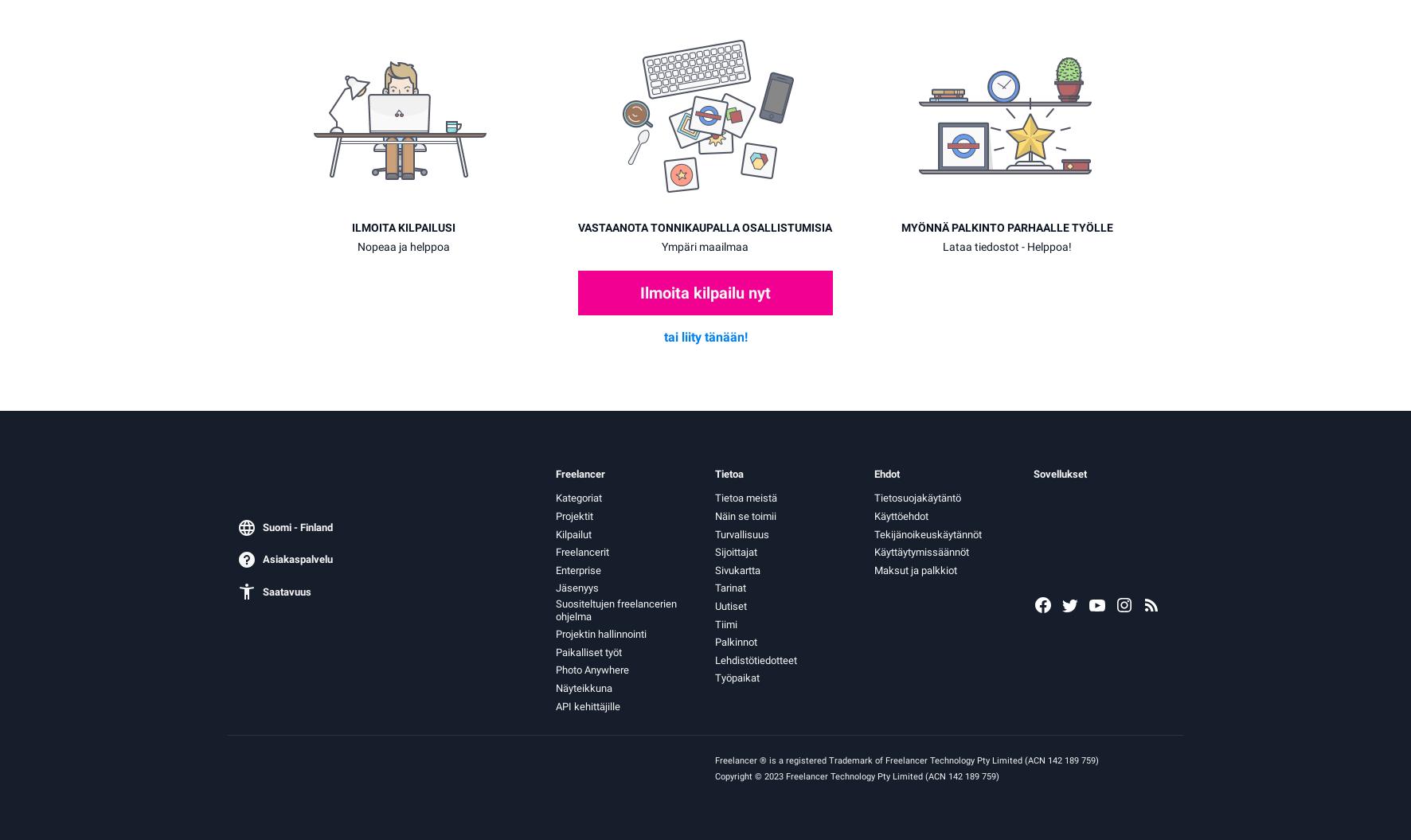 The width and height of the screenshot is (1411, 840). I want to click on 'Näyteikkuna', so click(583, 687).